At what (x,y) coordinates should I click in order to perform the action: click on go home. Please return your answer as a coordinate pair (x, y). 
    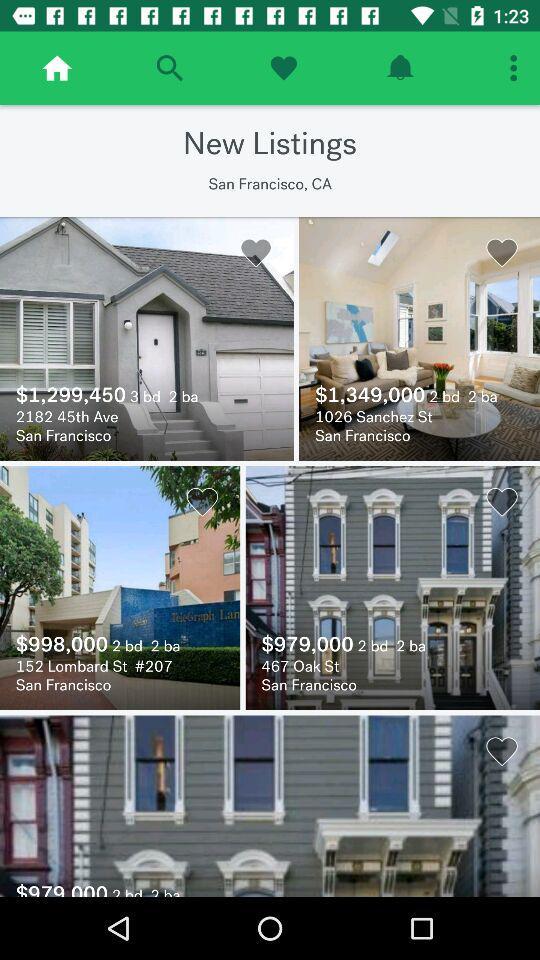
    Looking at the image, I should click on (57, 68).